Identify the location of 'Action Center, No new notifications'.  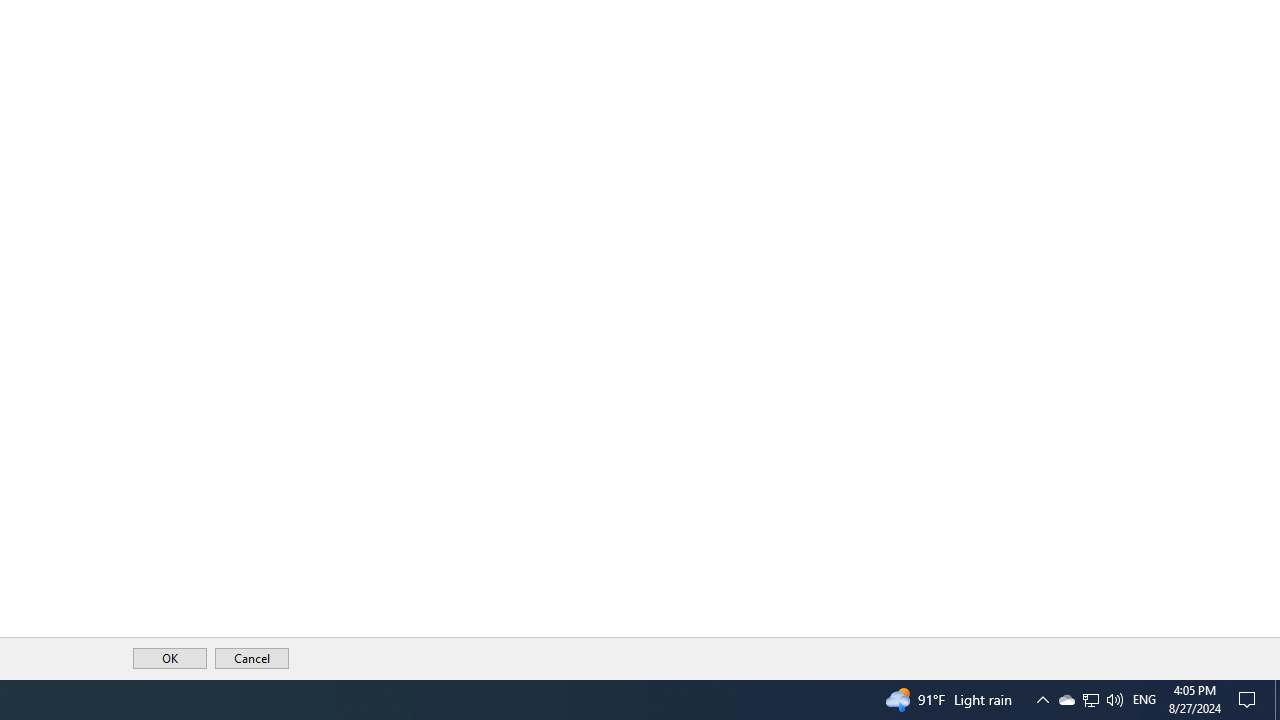
(1250, 698).